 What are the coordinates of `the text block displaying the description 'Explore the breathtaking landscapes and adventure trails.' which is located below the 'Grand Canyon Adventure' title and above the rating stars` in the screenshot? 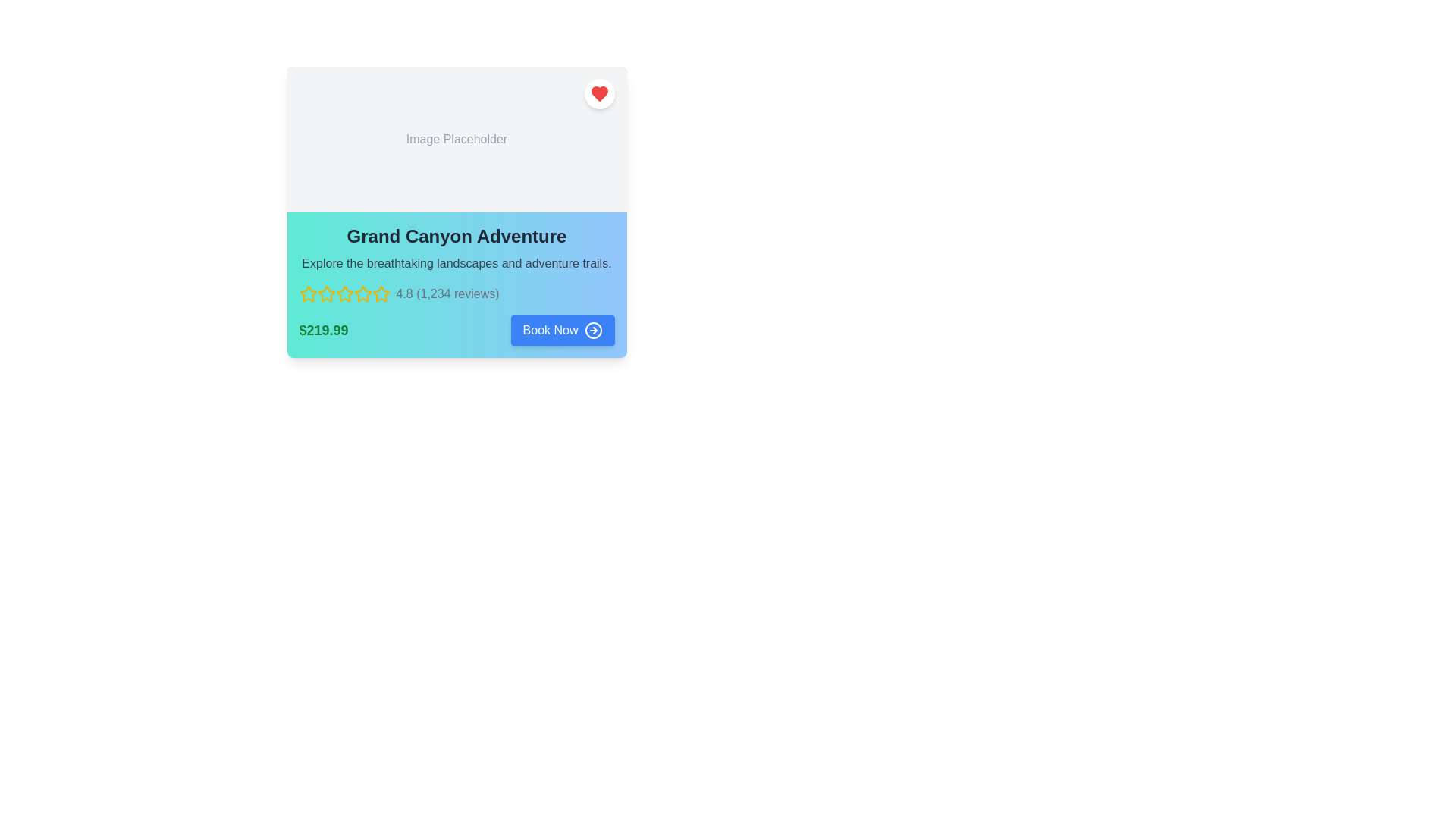 It's located at (456, 262).